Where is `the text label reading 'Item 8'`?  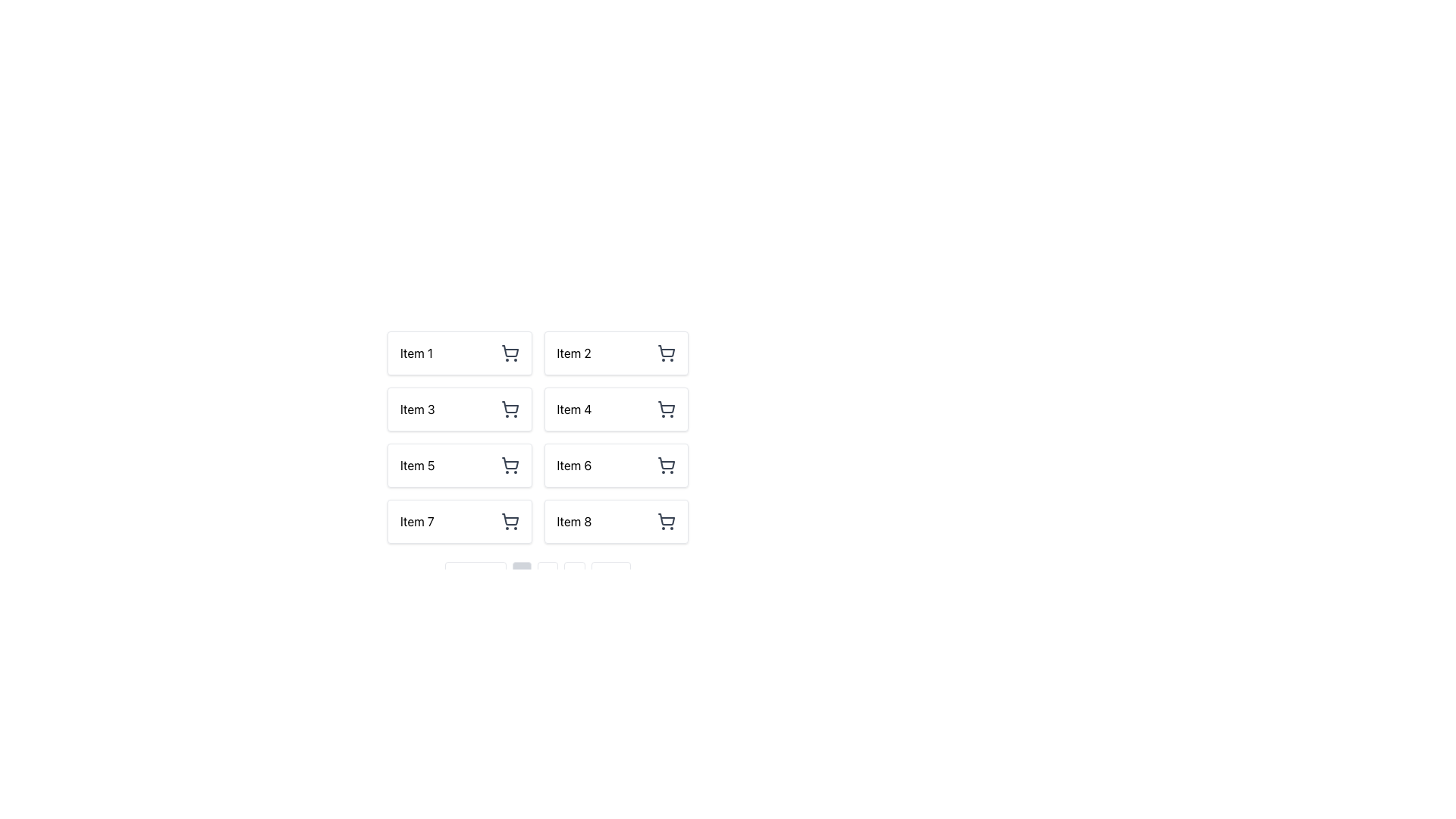
the text label reading 'Item 8' is located at coordinates (573, 520).